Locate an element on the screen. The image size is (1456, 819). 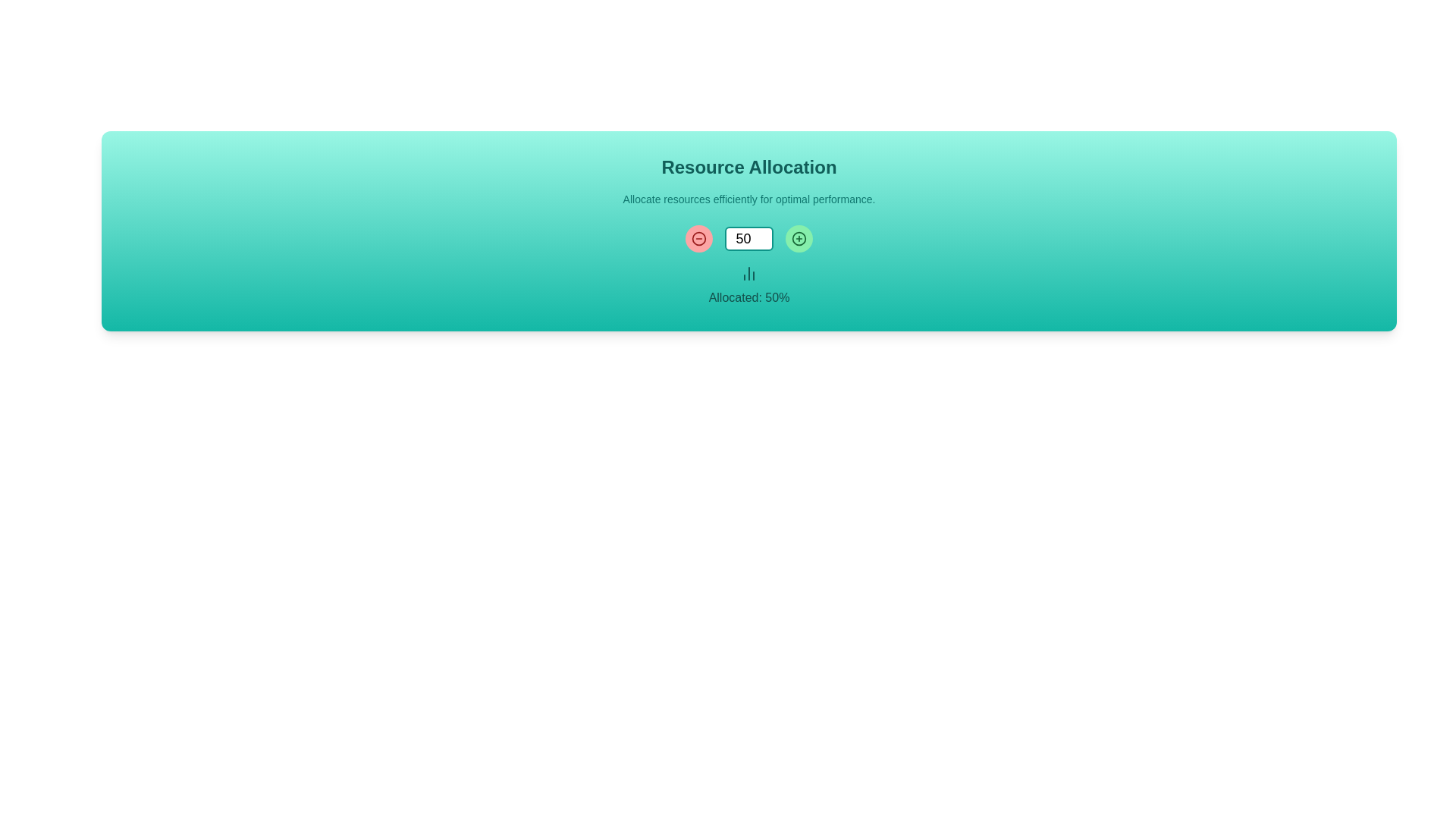
the decrement button located at the leftmost position among a horizontal layout containing a numeric input field to its right, to decrease the value in the adjacent numeric input field is located at coordinates (698, 239).